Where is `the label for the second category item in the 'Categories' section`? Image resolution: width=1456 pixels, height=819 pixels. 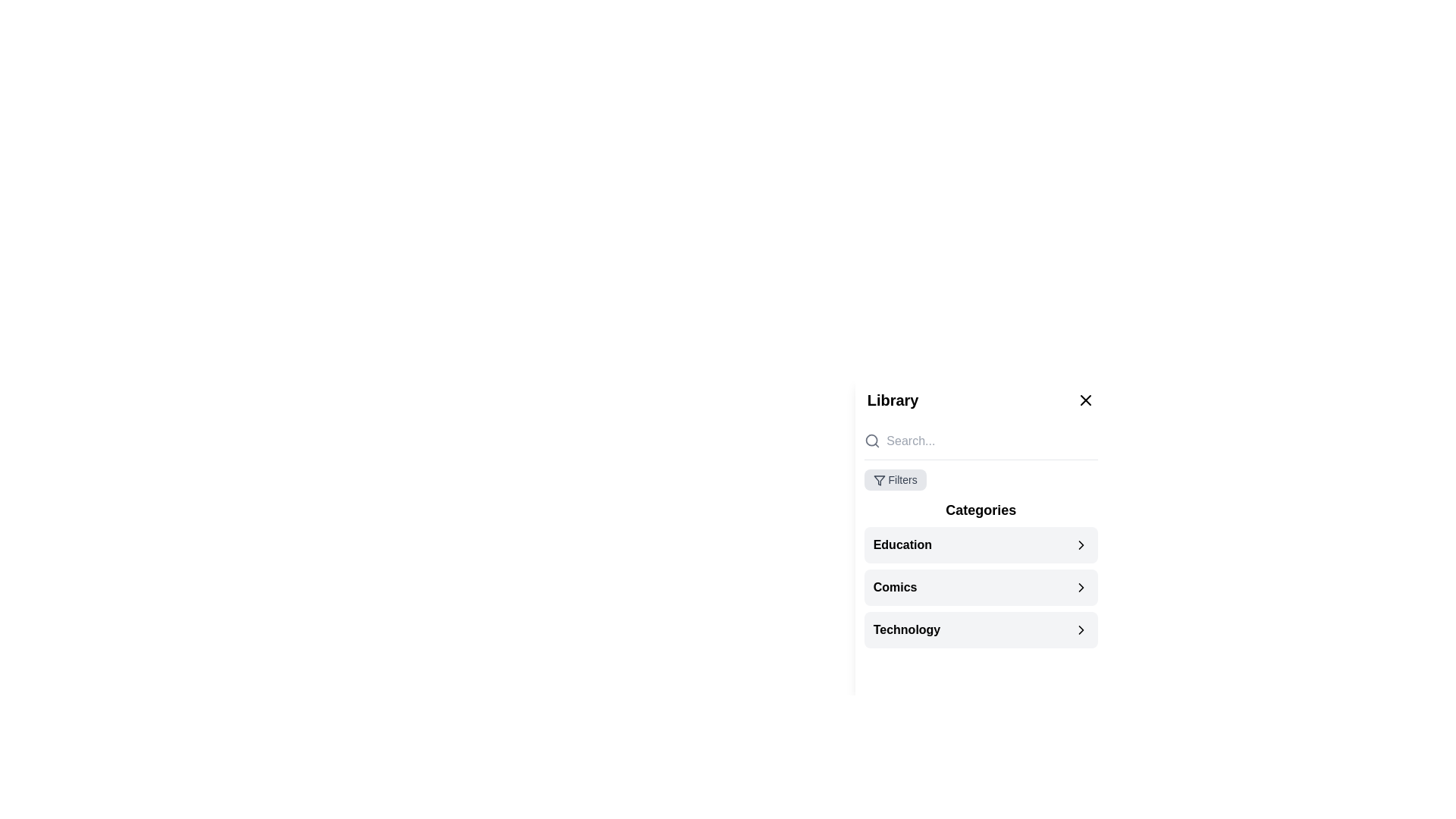
the label for the second category item in the 'Categories' section is located at coordinates (895, 587).